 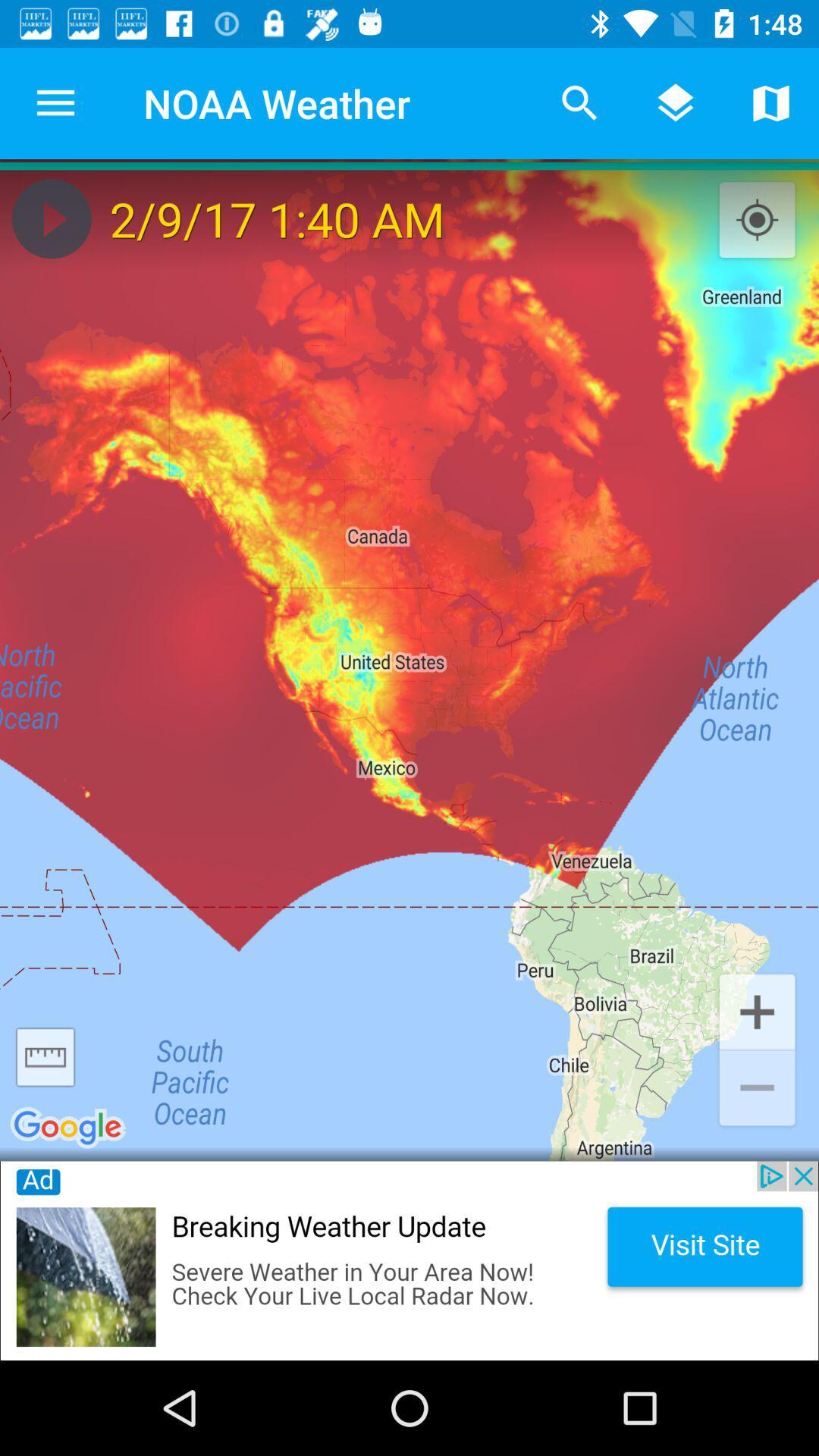 I want to click on show meter, so click(x=45, y=1056).